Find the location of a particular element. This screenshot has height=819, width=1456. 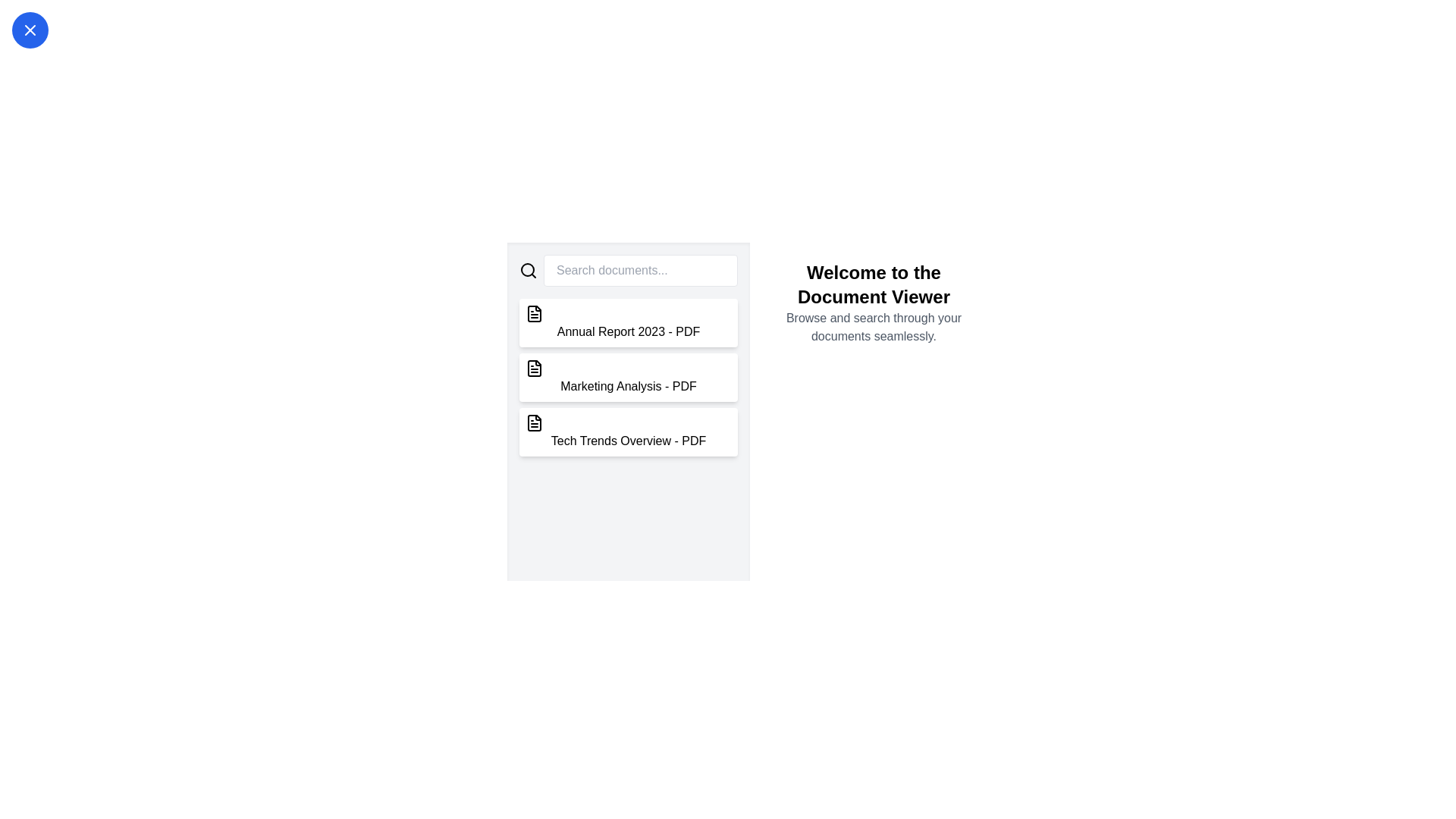

the document Marketing Analysis - PDF from the list is located at coordinates (629, 376).